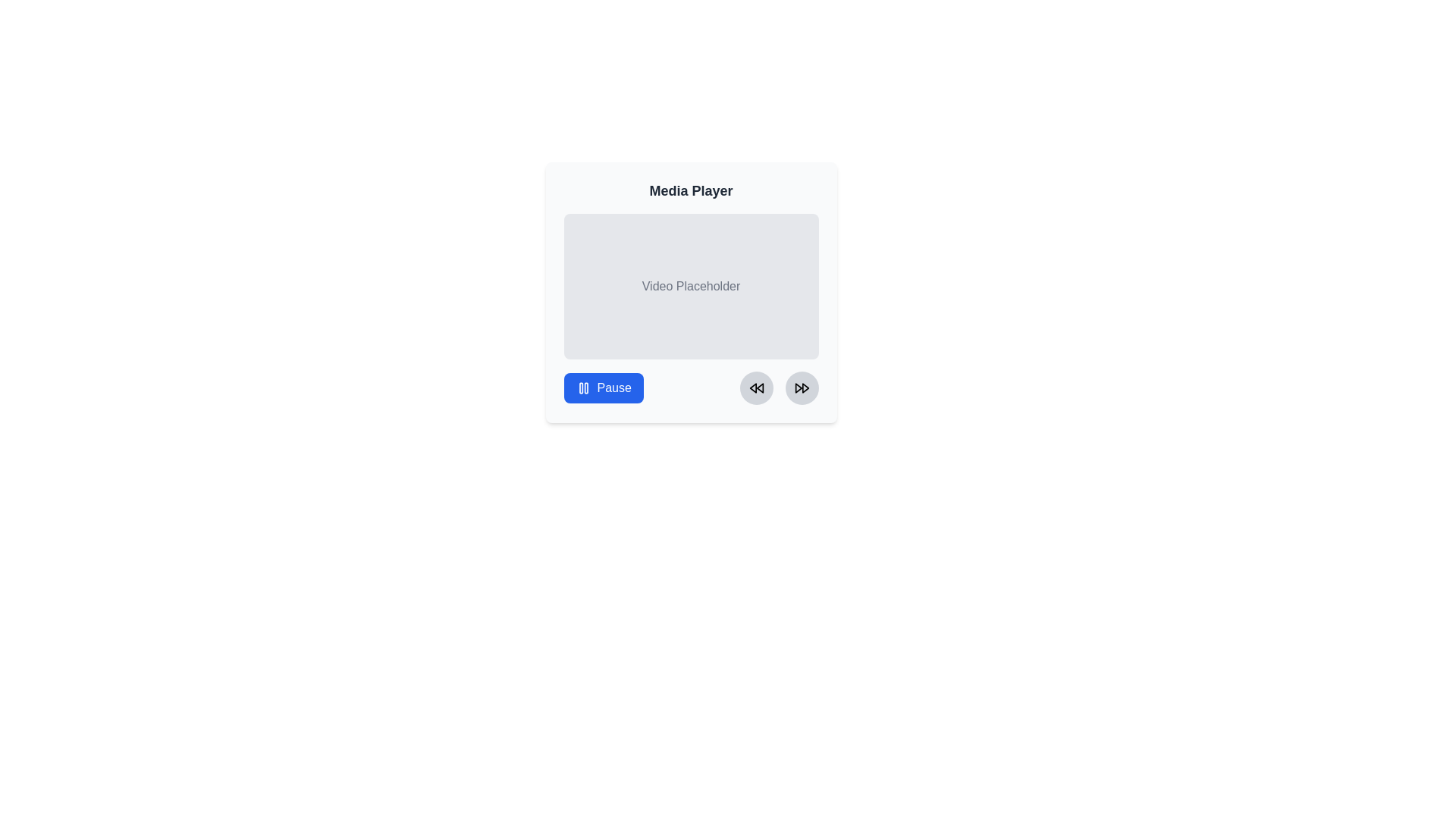 The image size is (1456, 819). Describe the element at coordinates (805, 388) in the screenshot. I see `the triangular-shaped arrow button within the media control icon group, which signifies a recording function or alert` at that location.